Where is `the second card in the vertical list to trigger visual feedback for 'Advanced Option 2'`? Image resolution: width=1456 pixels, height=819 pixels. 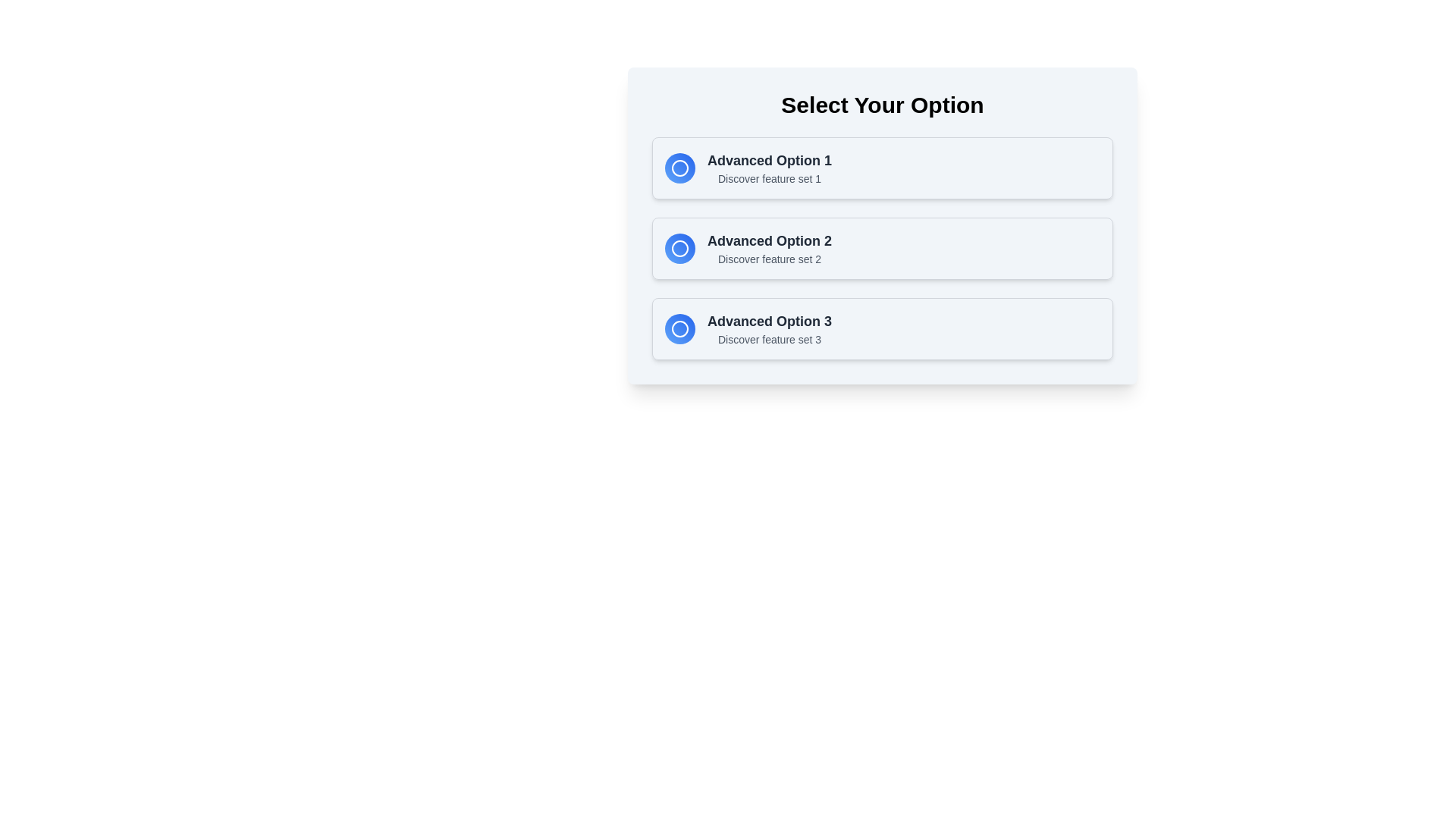 the second card in the vertical list to trigger visual feedback for 'Advanced Option 2' is located at coordinates (882, 247).